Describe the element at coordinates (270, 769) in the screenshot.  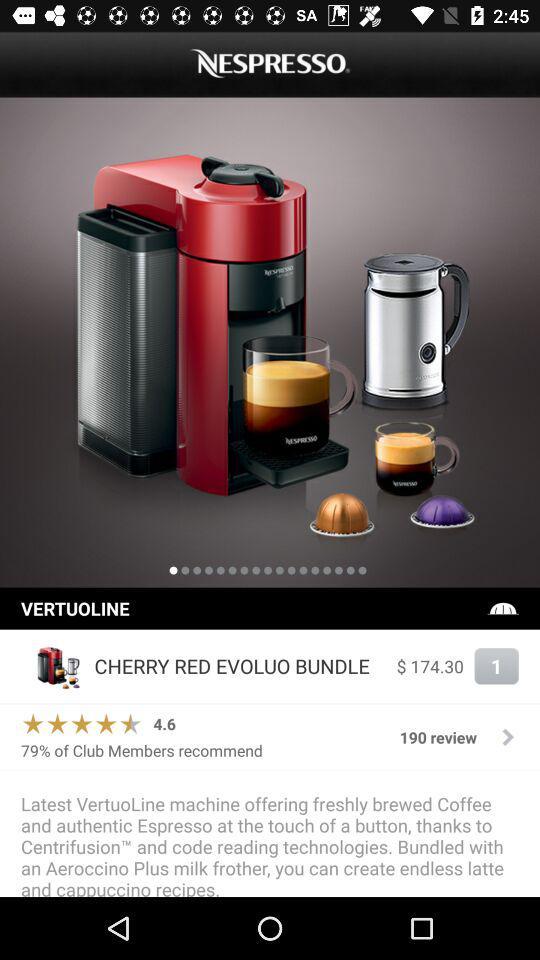
I see `the item above latest vertuoline machine item` at that location.